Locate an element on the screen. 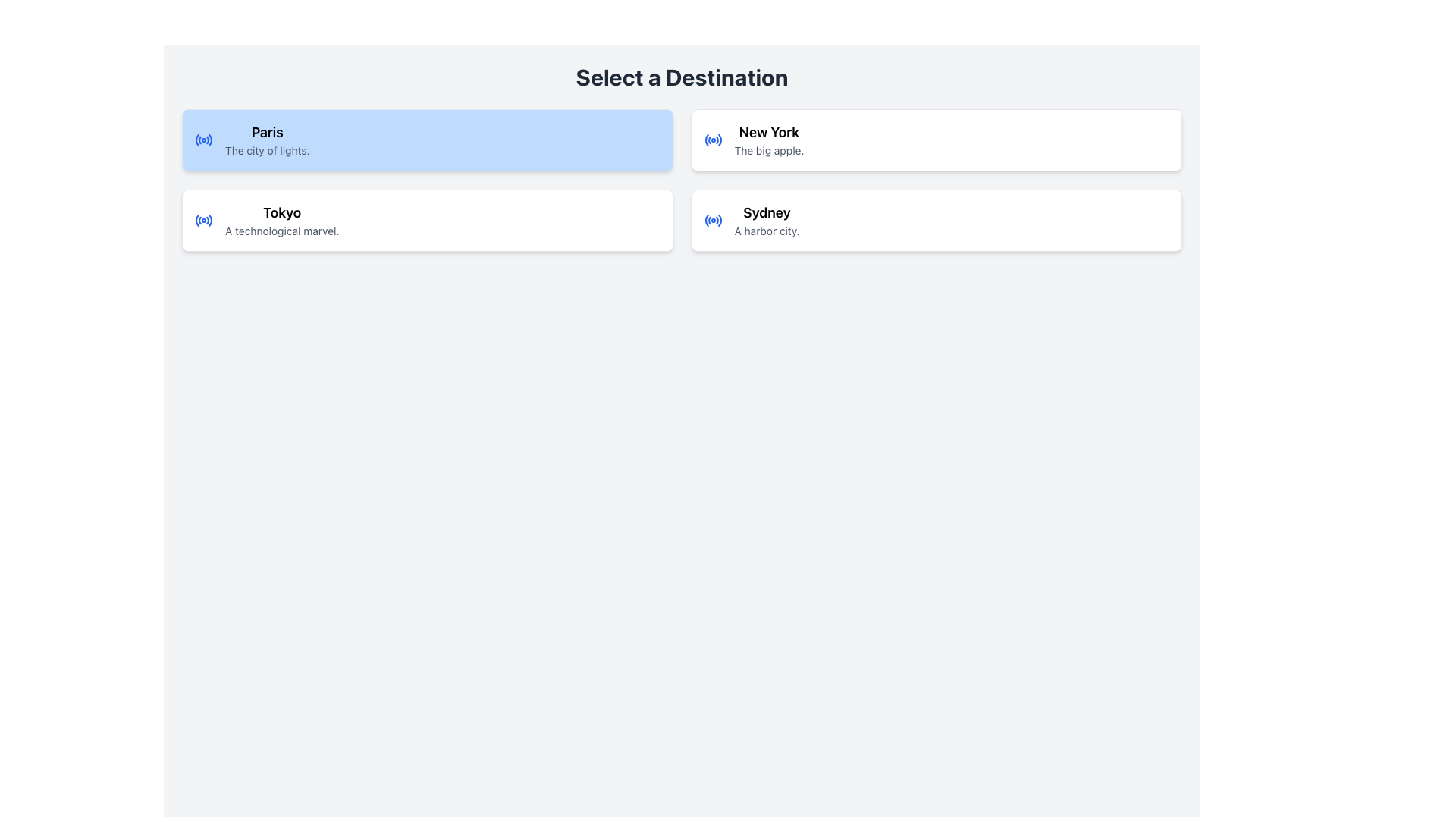  the Card Component representing the city Paris is located at coordinates (426, 140).